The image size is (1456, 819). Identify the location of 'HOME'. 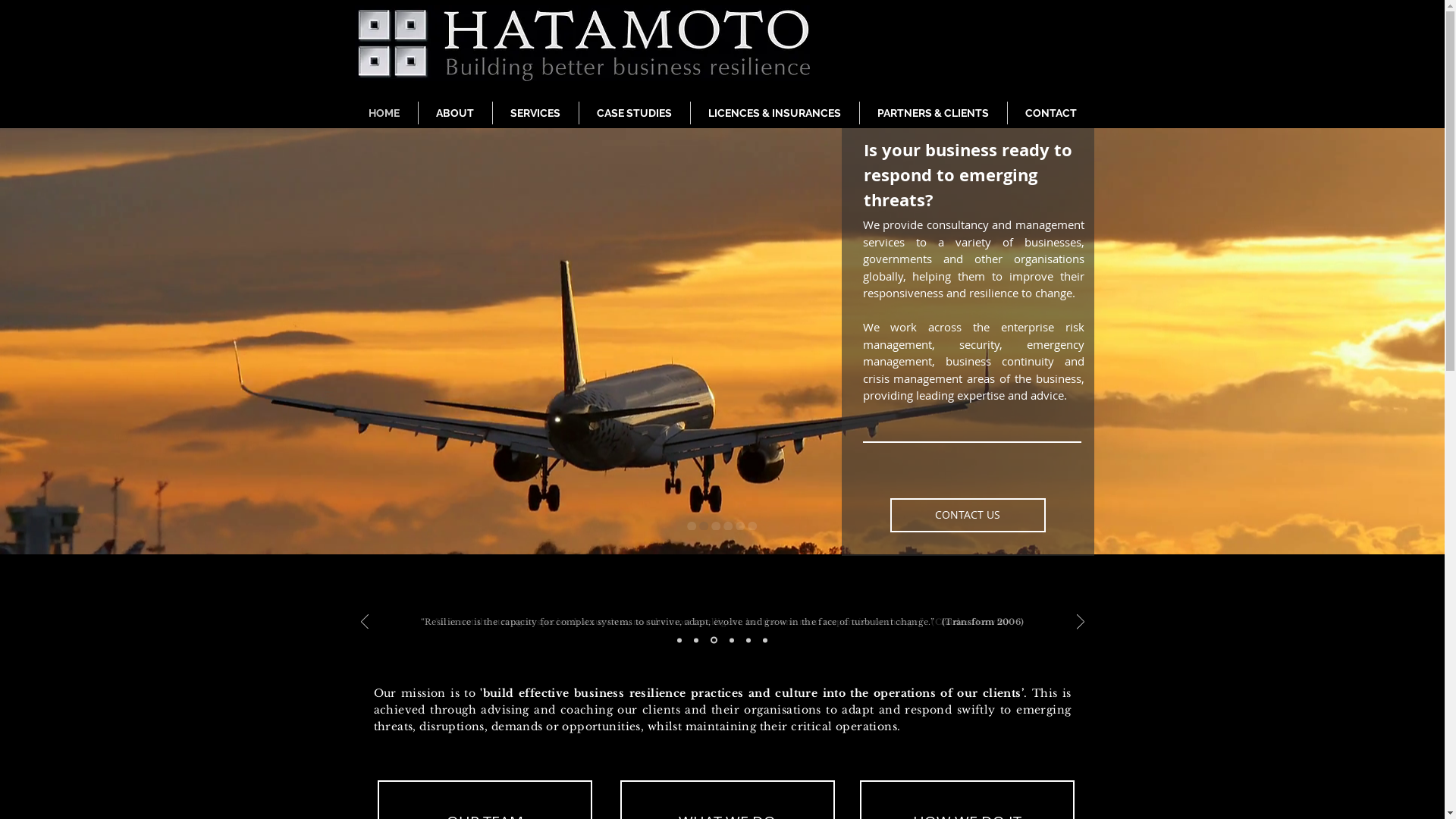
(383, 112).